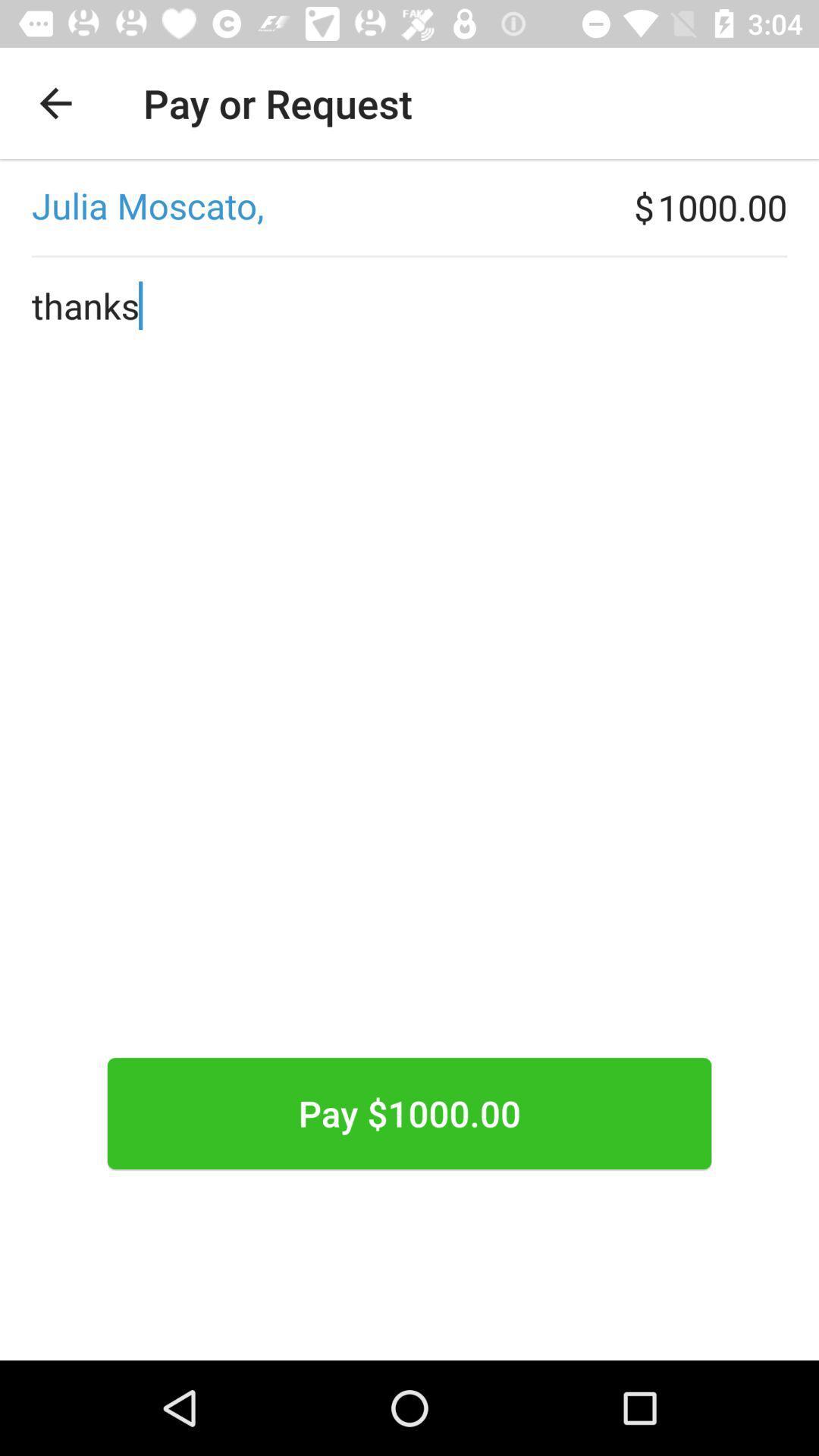  What do you see at coordinates (409, 704) in the screenshot?
I see `thanks icon` at bounding box center [409, 704].